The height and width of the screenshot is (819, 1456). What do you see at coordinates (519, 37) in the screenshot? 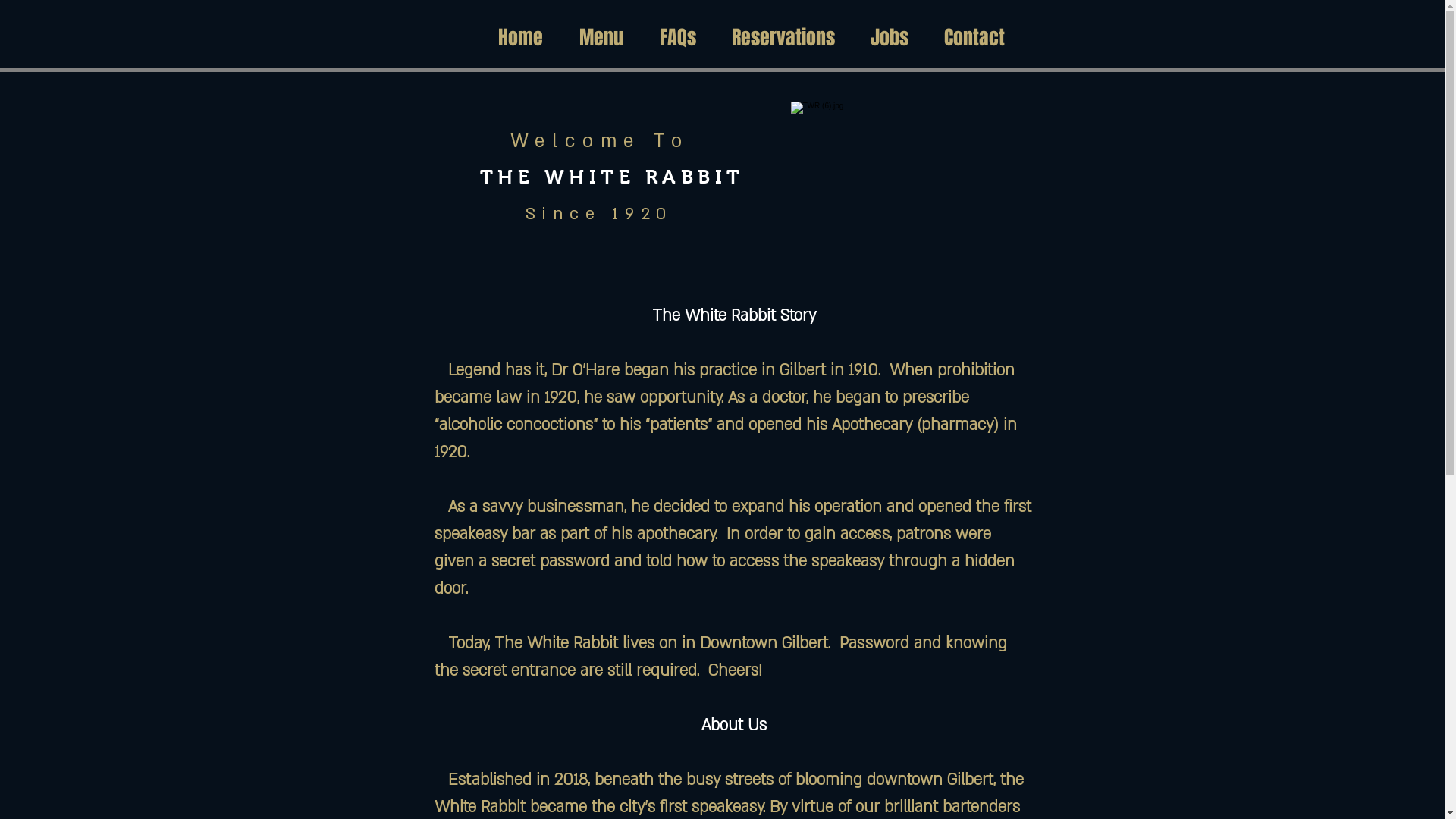
I see `'Home'` at bounding box center [519, 37].